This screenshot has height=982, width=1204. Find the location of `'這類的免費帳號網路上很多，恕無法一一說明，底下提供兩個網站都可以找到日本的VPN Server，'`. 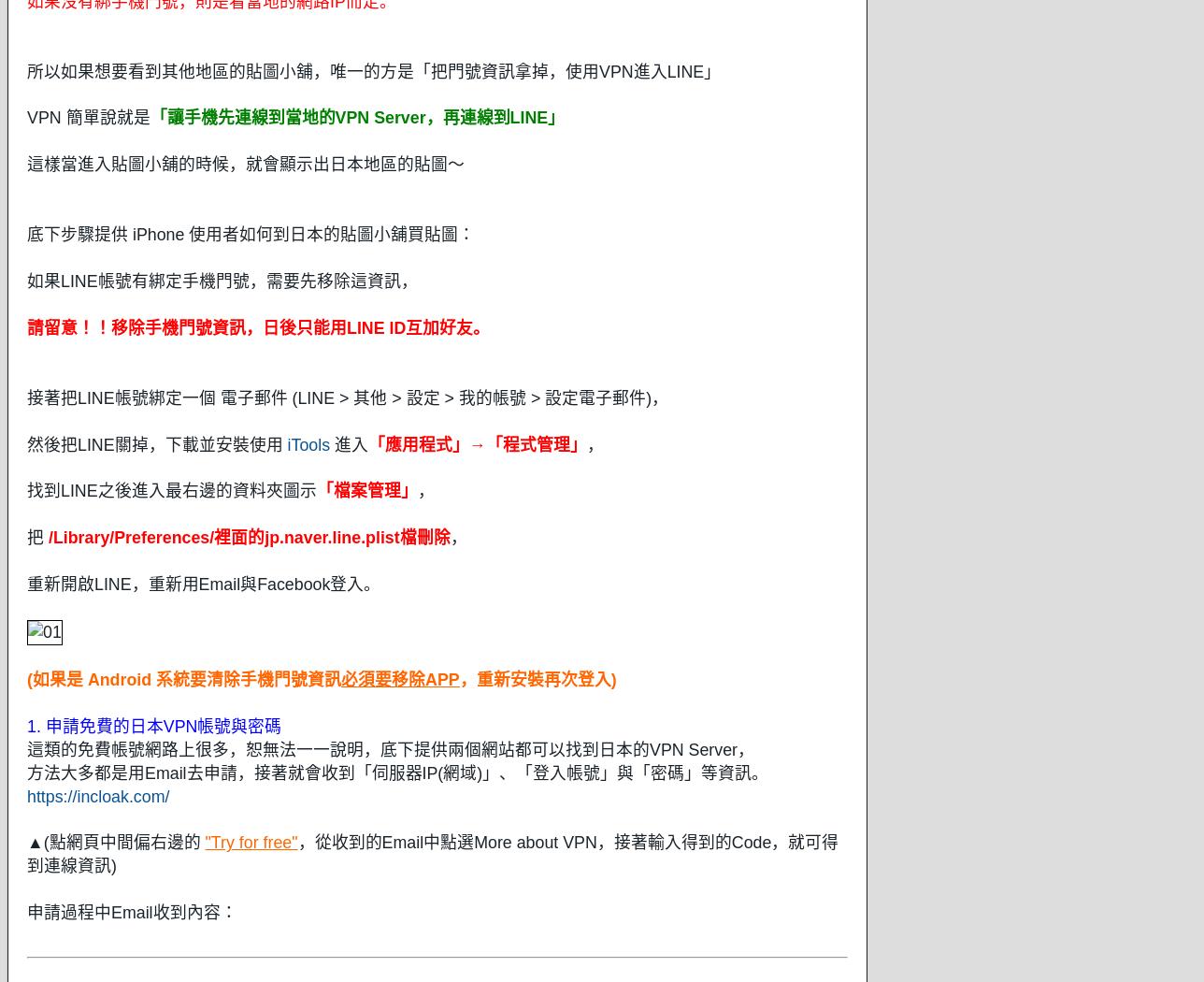

'這類的免費帳號網路上很多，恕無法一一說明，底下提供兩個網站都可以找到日本的VPN Server，' is located at coordinates (390, 748).